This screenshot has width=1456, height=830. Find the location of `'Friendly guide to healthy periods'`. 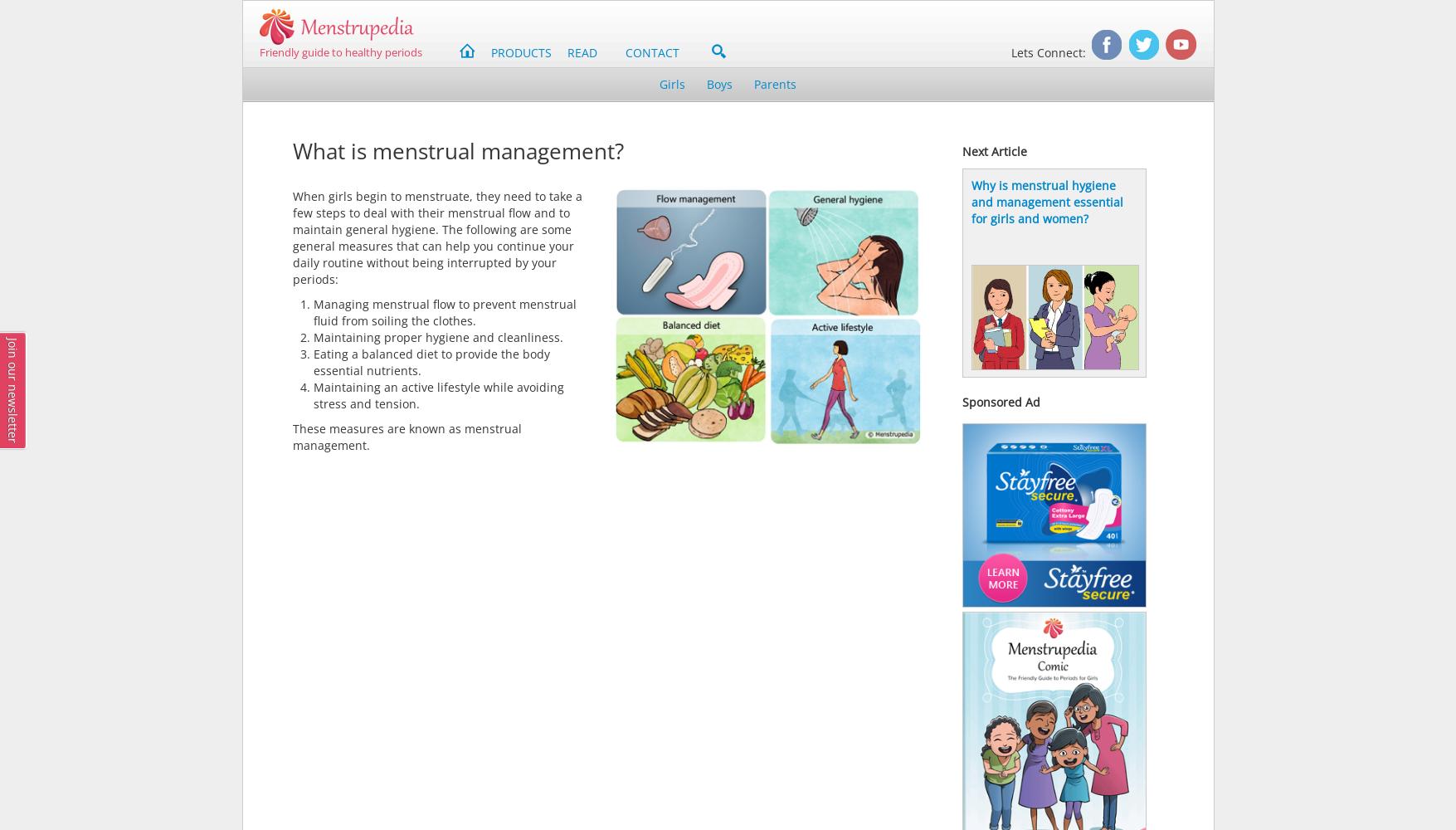

'Friendly guide to healthy periods' is located at coordinates (339, 51).